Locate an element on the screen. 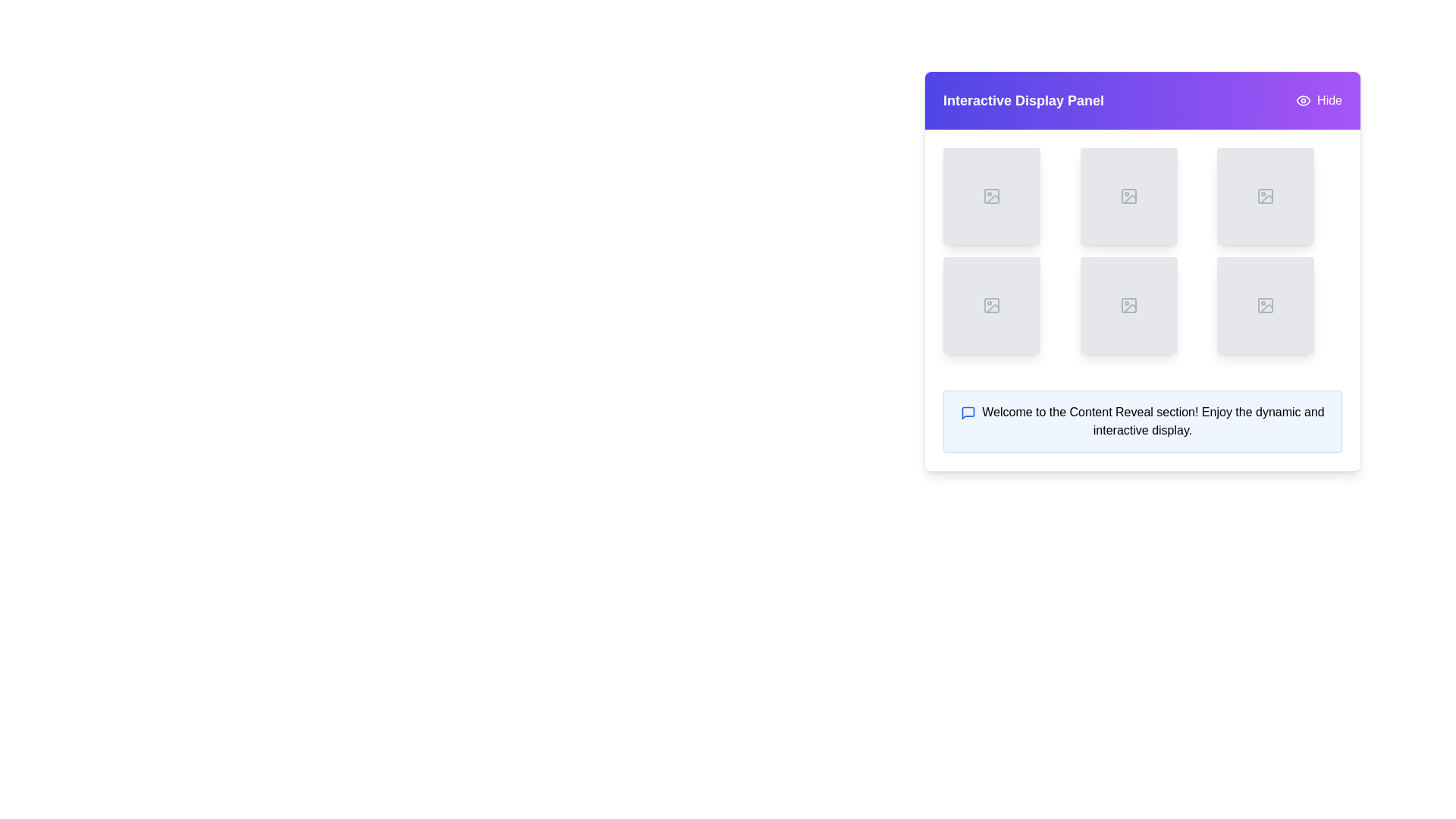 Image resolution: width=1456 pixels, height=819 pixels. the decorative icon in the second cell of the top row of the grid layout is located at coordinates (1128, 195).